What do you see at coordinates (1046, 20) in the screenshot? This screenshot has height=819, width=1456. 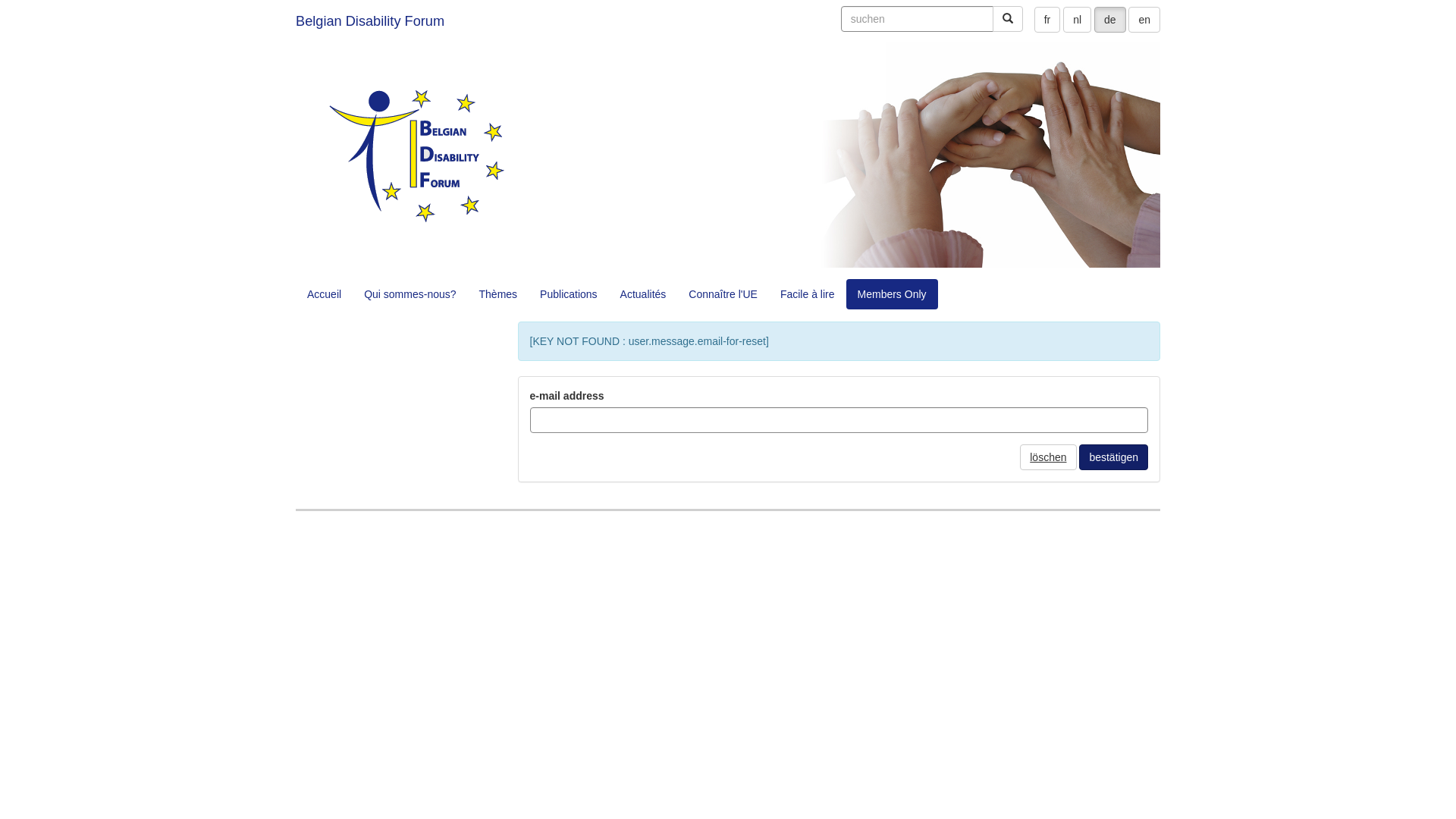 I see `'fr'` at bounding box center [1046, 20].